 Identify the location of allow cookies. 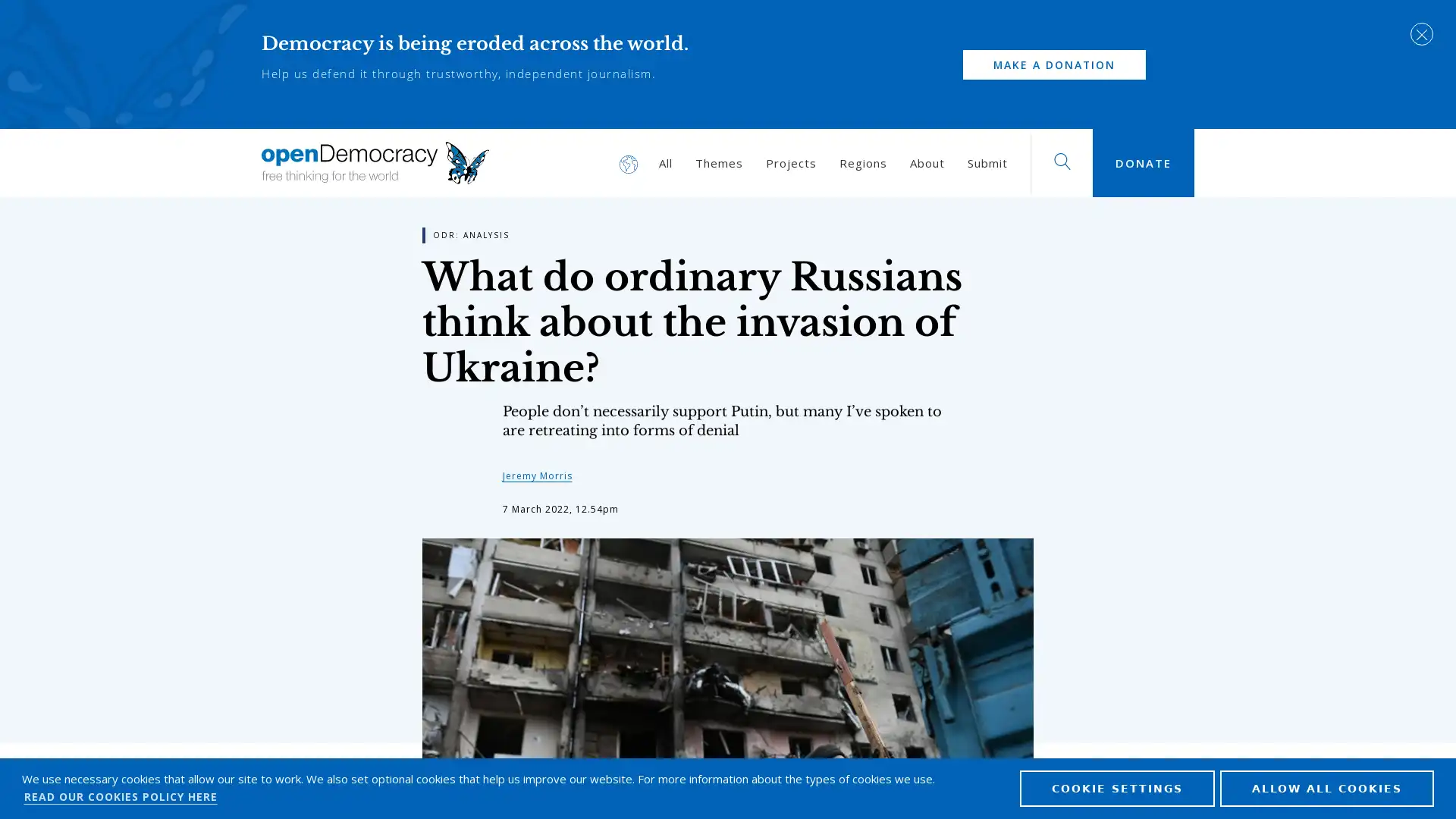
(1326, 786).